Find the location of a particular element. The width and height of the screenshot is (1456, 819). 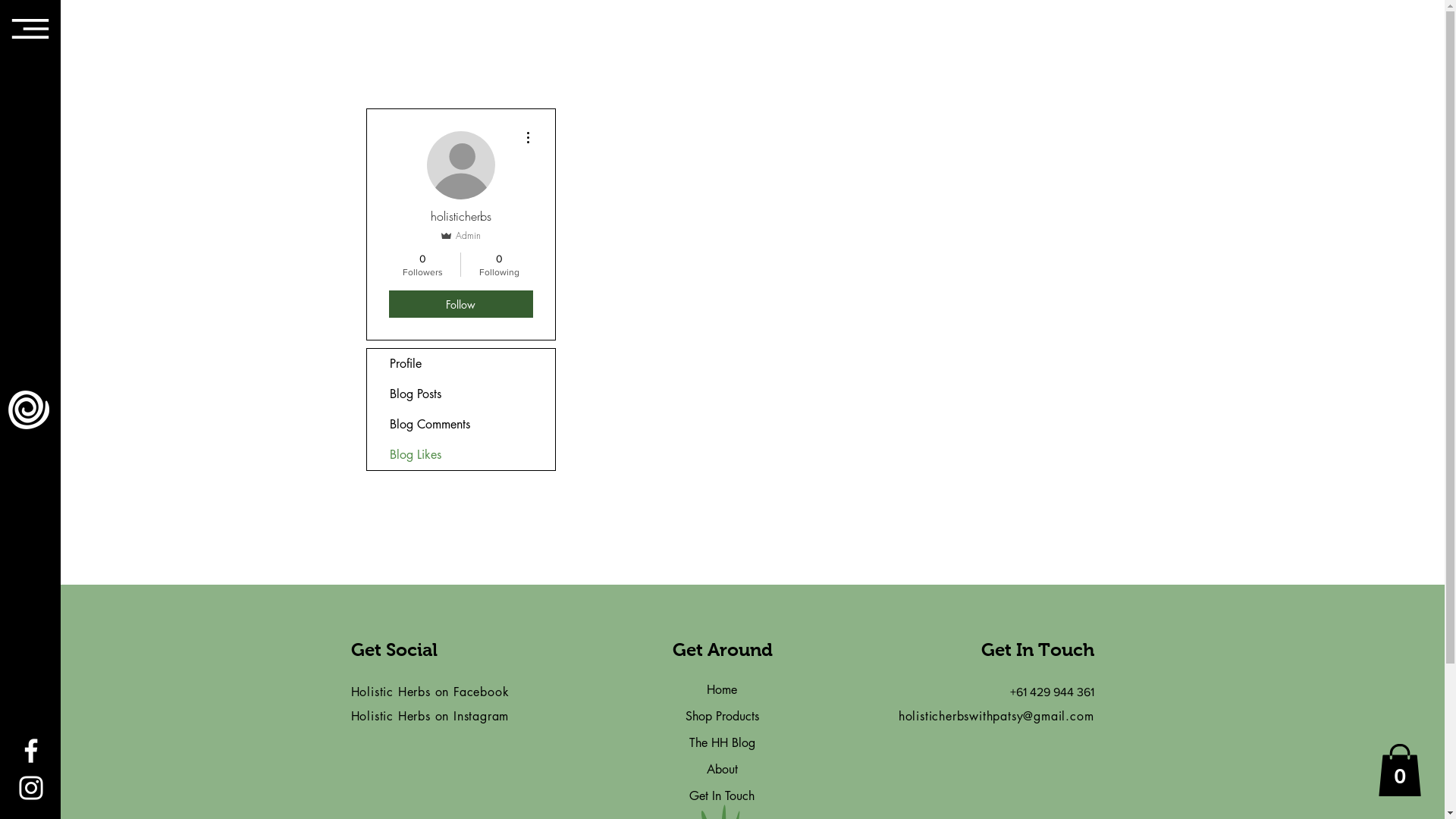

'holisticherbswithpatsy@gmail.com' is located at coordinates (996, 716).